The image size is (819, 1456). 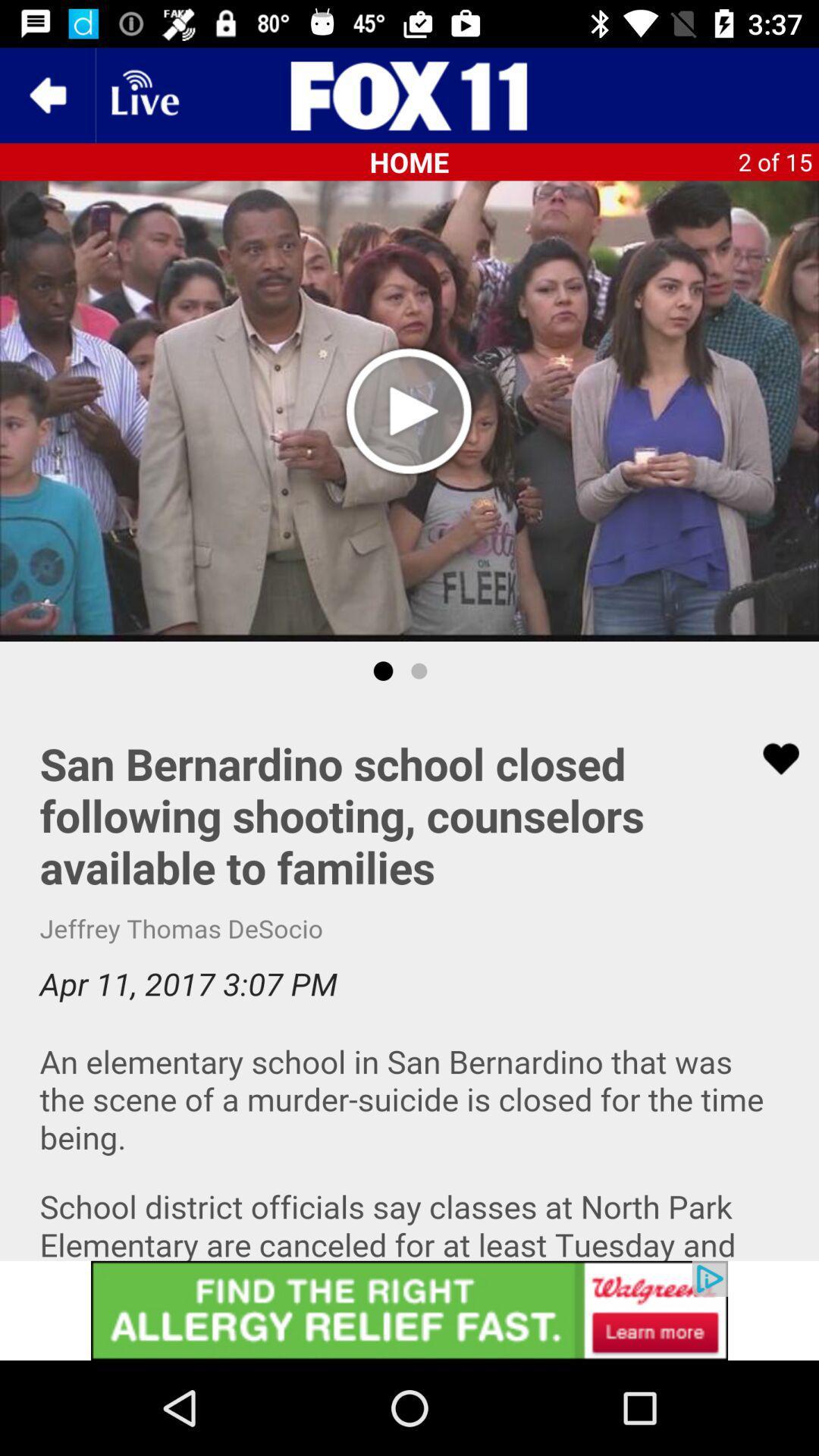 I want to click on the arrow_backward icon, so click(x=46, y=94).